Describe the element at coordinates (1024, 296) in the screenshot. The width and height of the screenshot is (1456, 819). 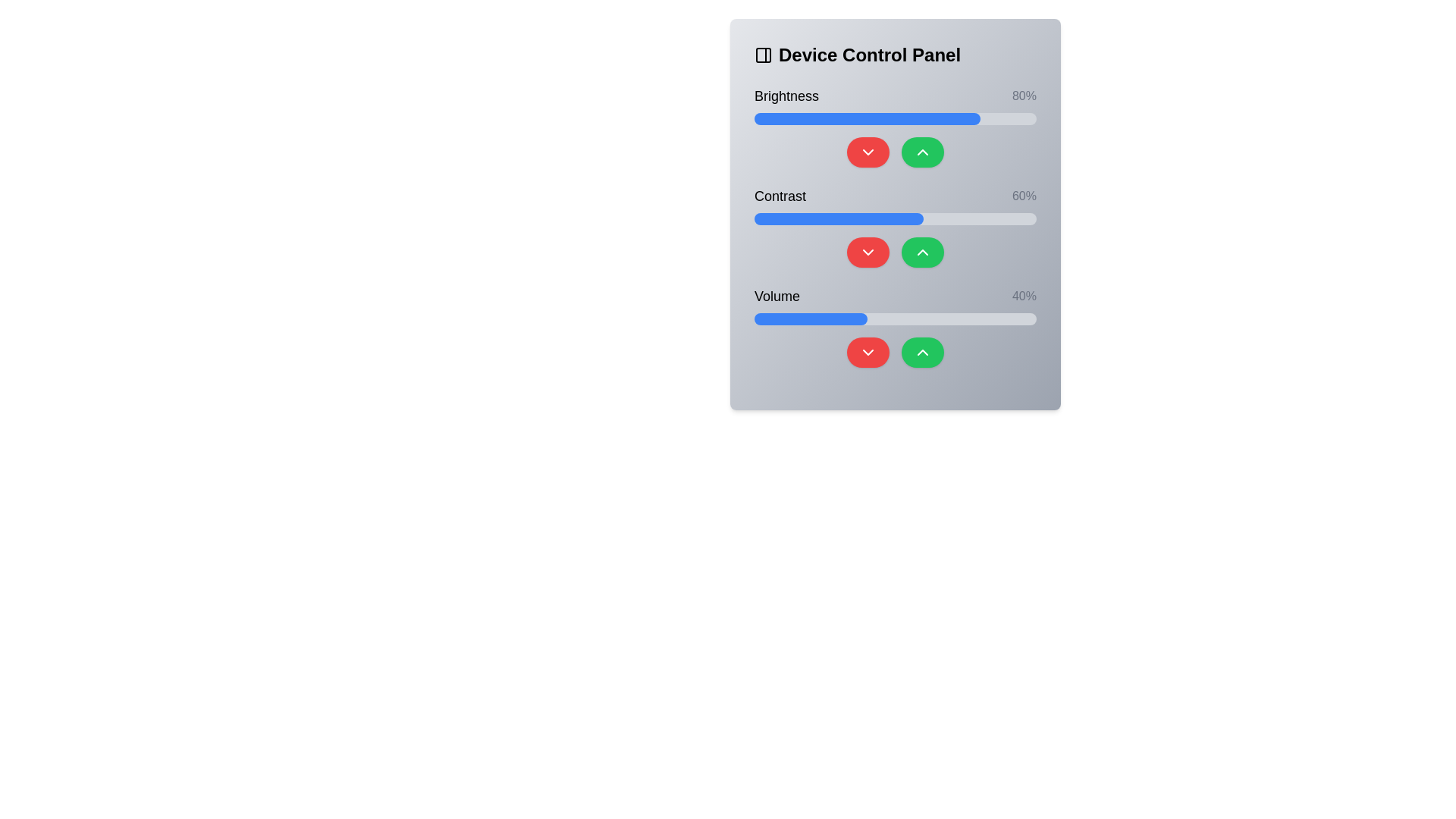
I see `text displayed in the gray '40%' label located at the far right of the 'Volume' control section, adjacent to the 'Volume' label and slider` at that location.